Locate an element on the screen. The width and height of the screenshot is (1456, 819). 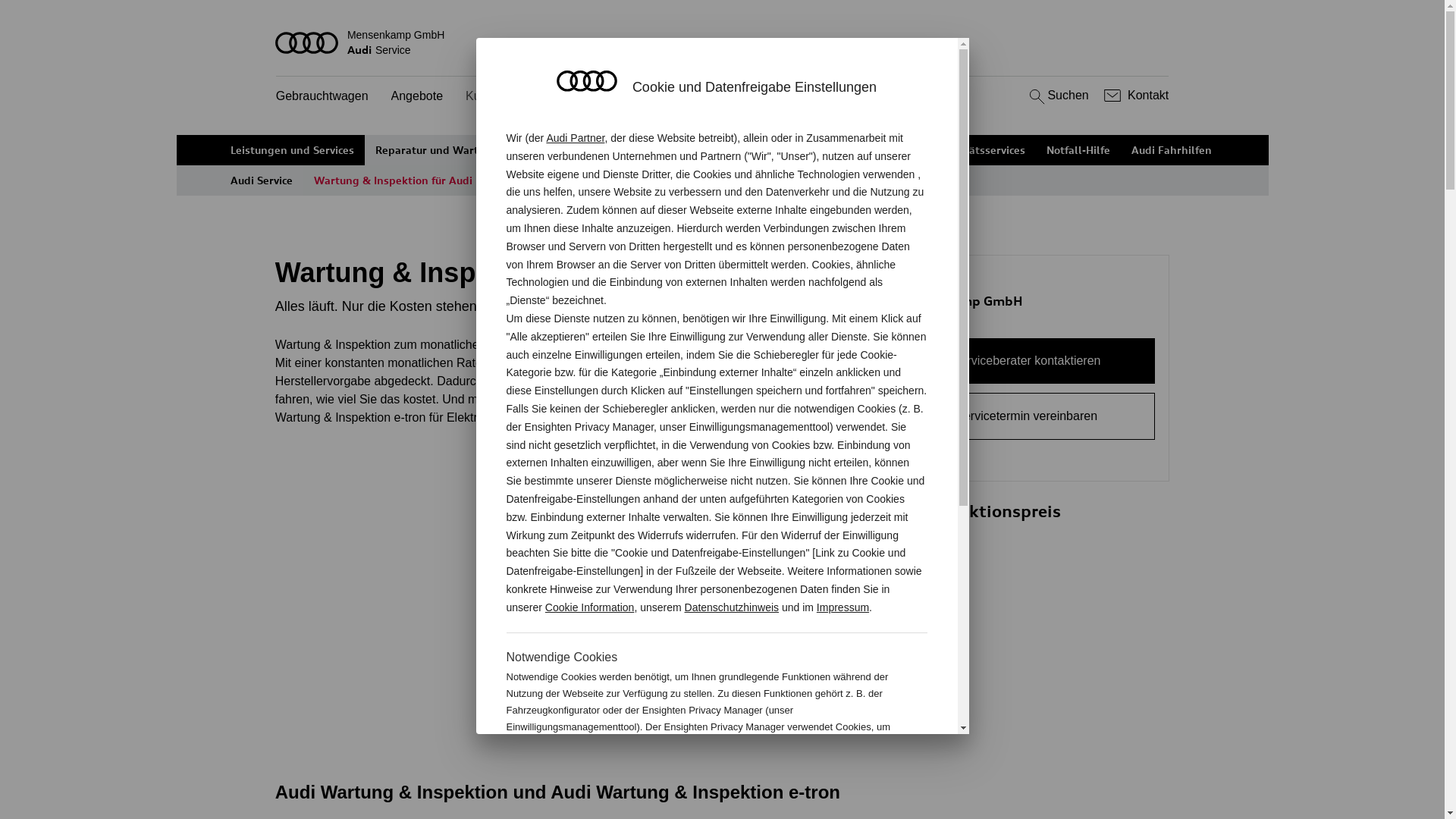
'Kundenservice' is located at coordinates (506, 96).